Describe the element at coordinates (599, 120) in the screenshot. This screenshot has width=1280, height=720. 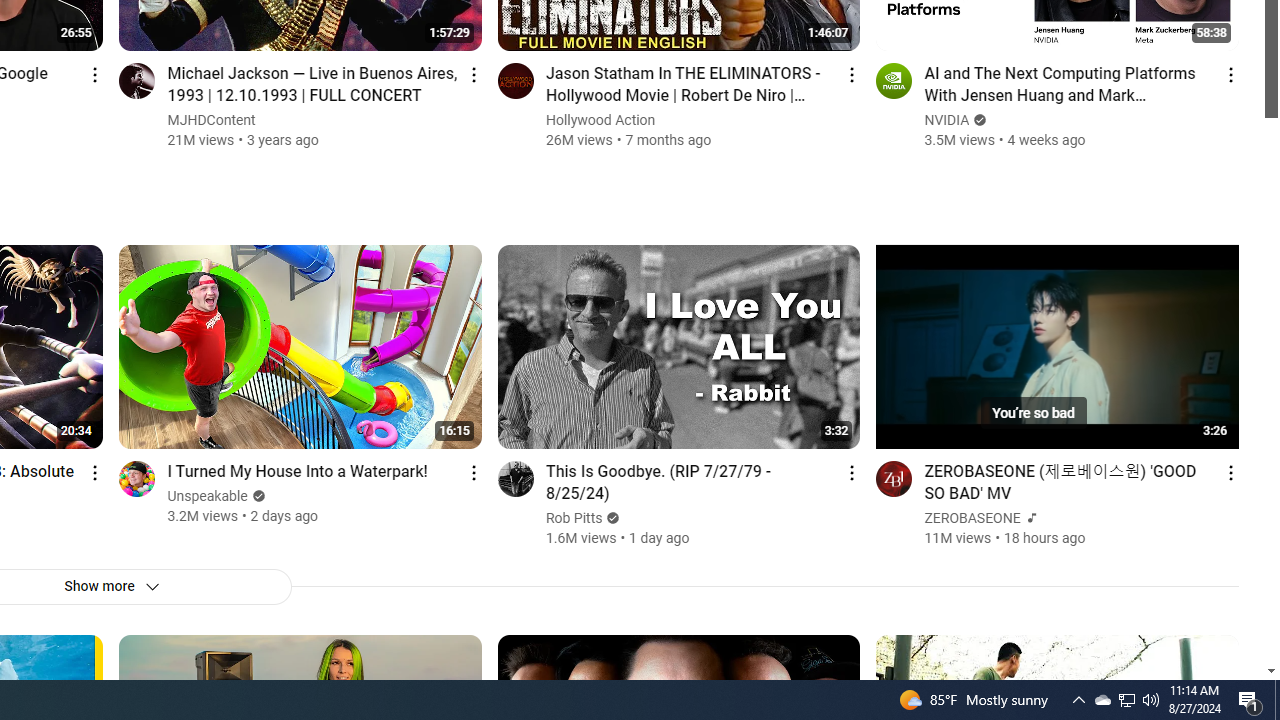
I see `'Hollywood Action'` at that location.